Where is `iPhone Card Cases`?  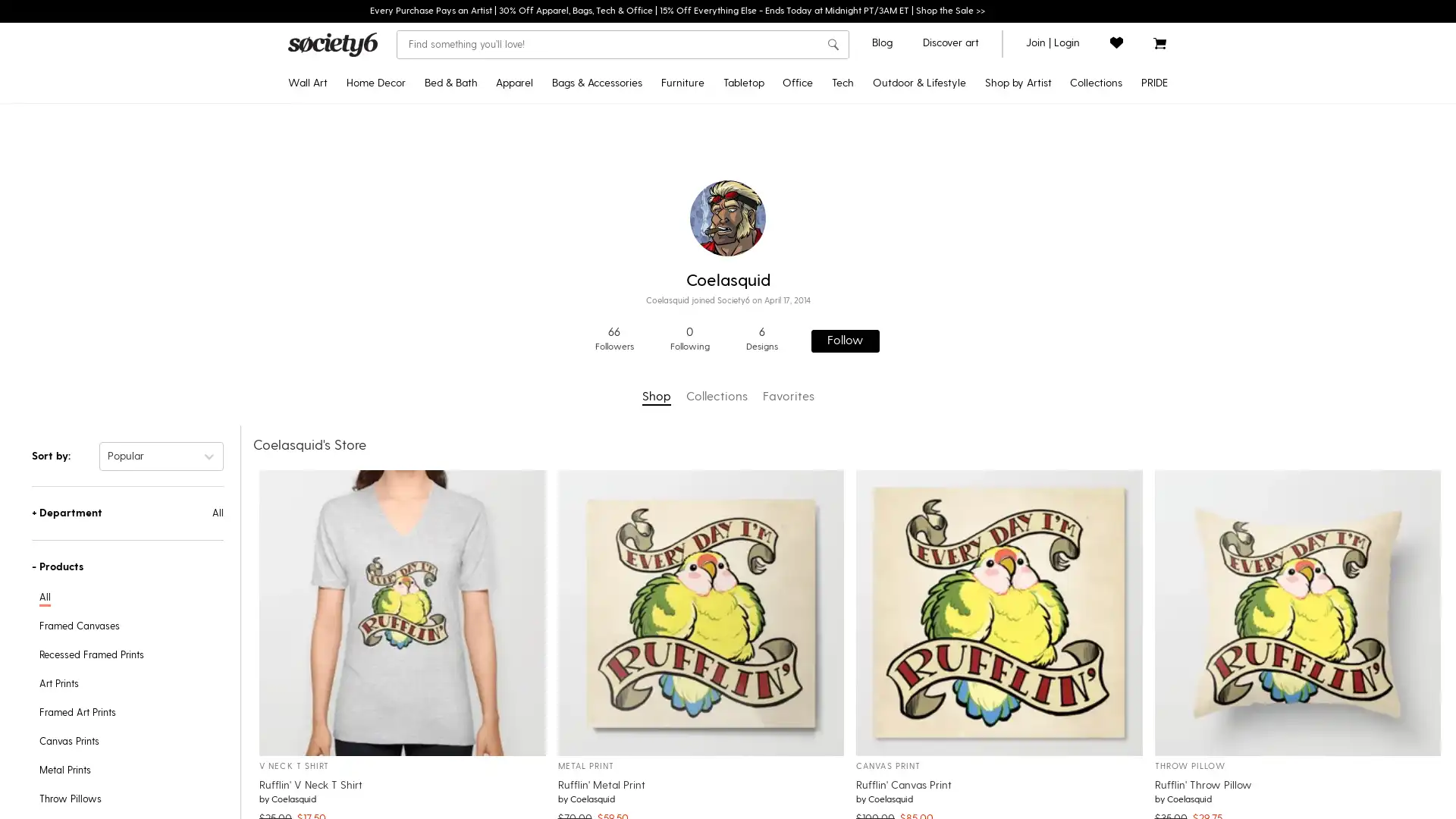
iPhone Card Cases is located at coordinates (896, 219).